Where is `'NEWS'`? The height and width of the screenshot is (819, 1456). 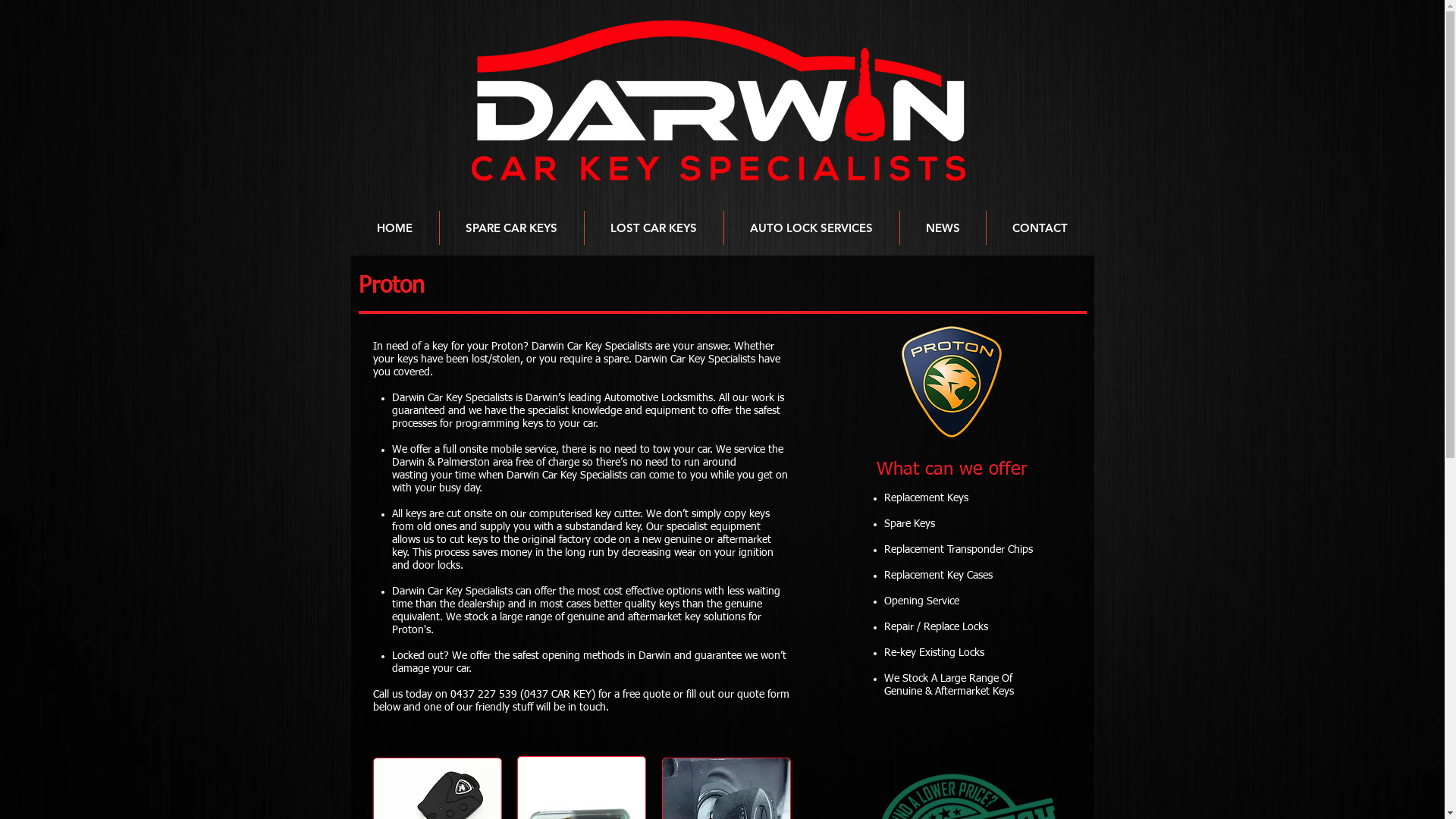
'NEWS' is located at coordinates (941, 227).